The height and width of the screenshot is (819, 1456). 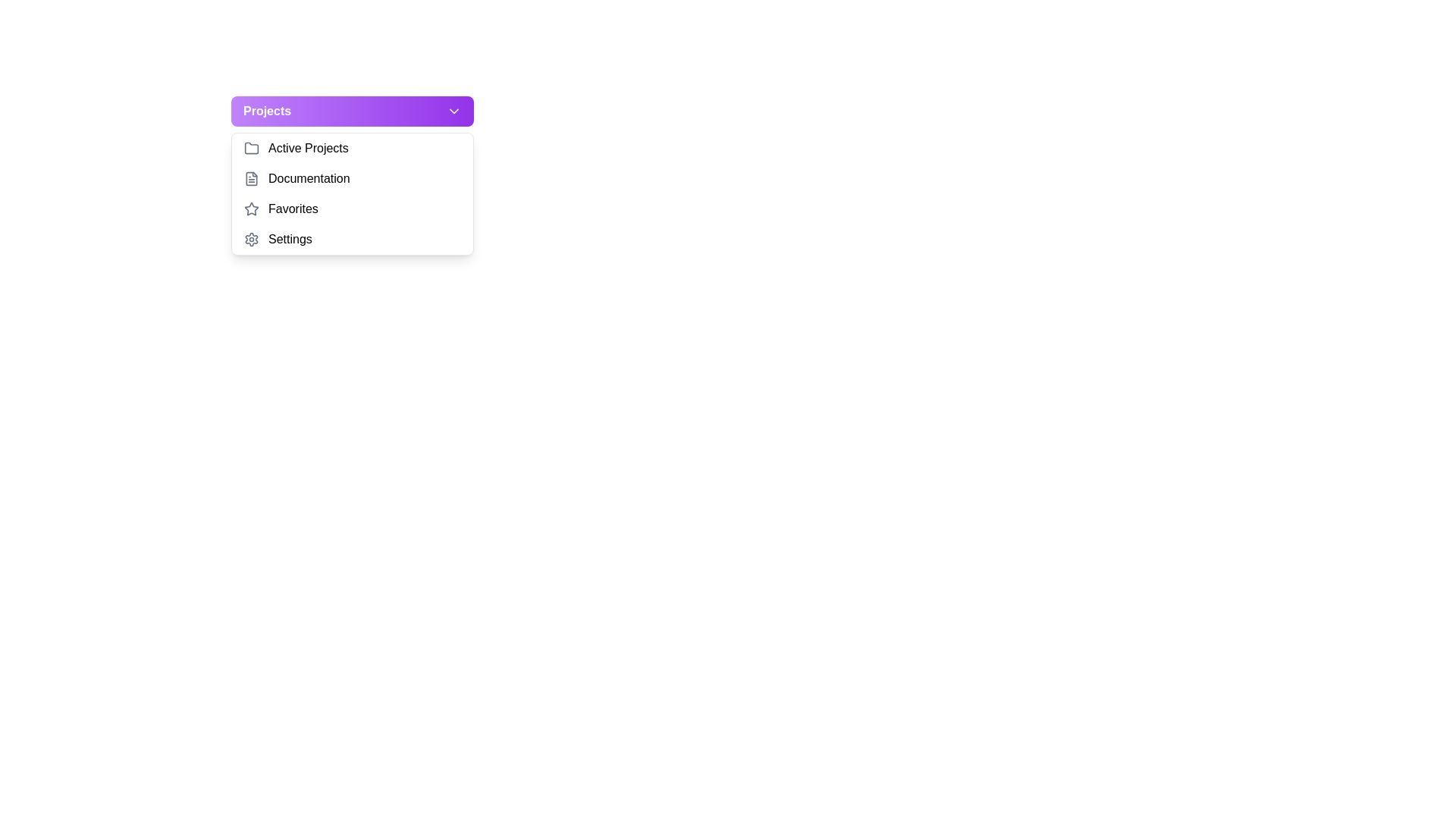 What do you see at coordinates (251, 239) in the screenshot?
I see `the decorative icon representing the 'Settings' option in the dropdown menu titled 'Projects'` at bounding box center [251, 239].